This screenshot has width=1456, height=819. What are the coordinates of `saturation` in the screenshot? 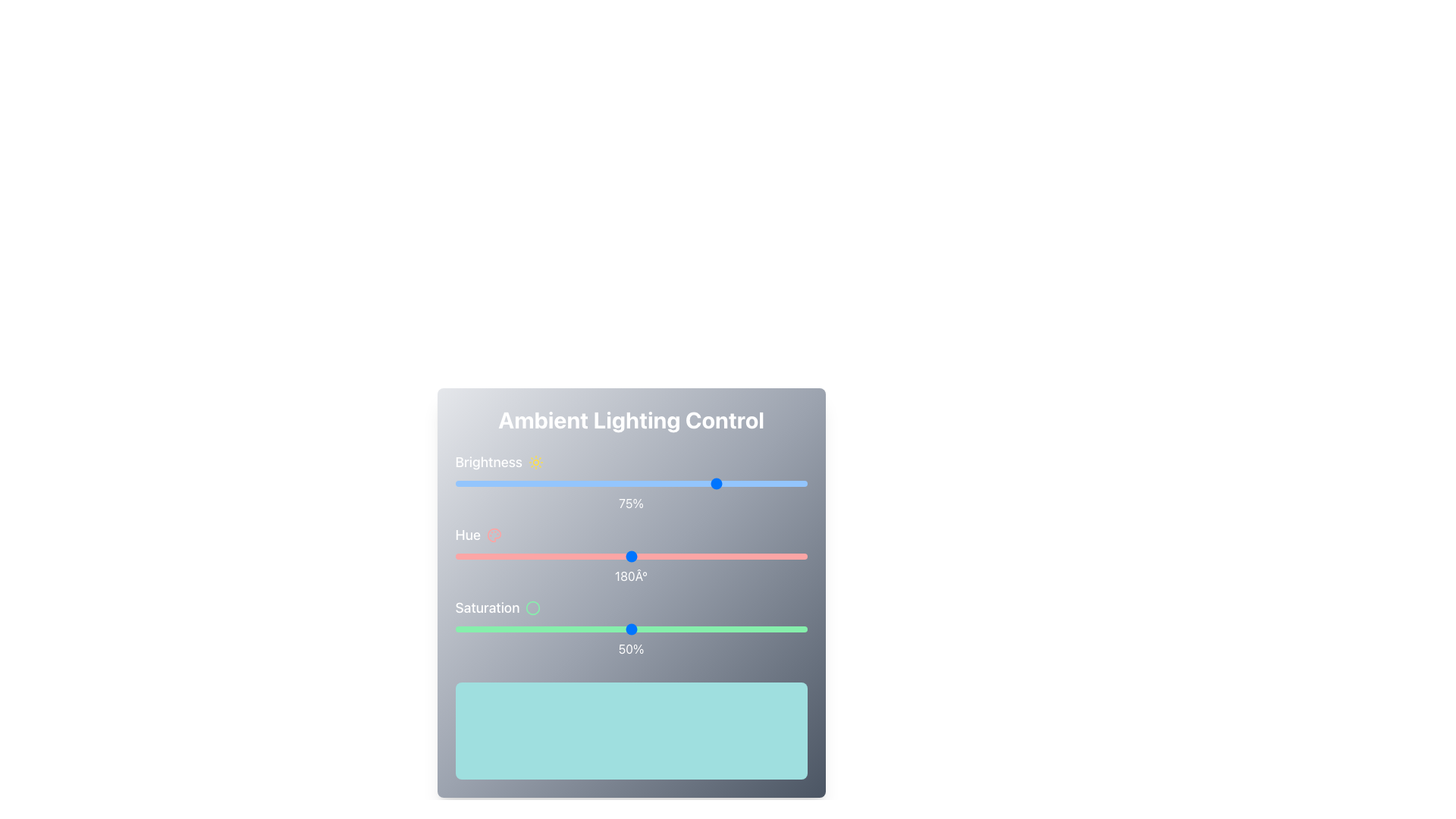 It's located at (497, 629).